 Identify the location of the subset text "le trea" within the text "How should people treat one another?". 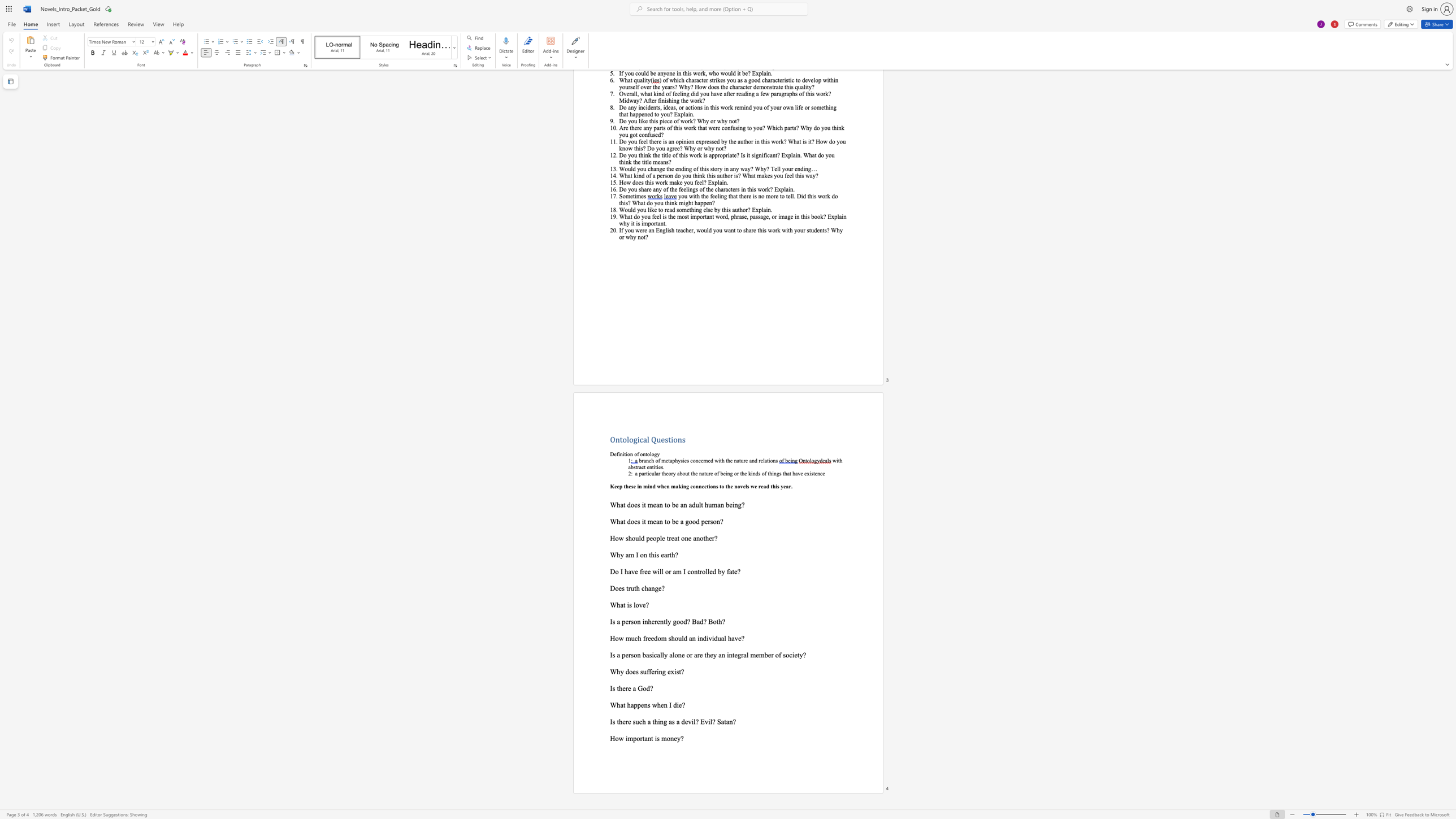
(660, 538).